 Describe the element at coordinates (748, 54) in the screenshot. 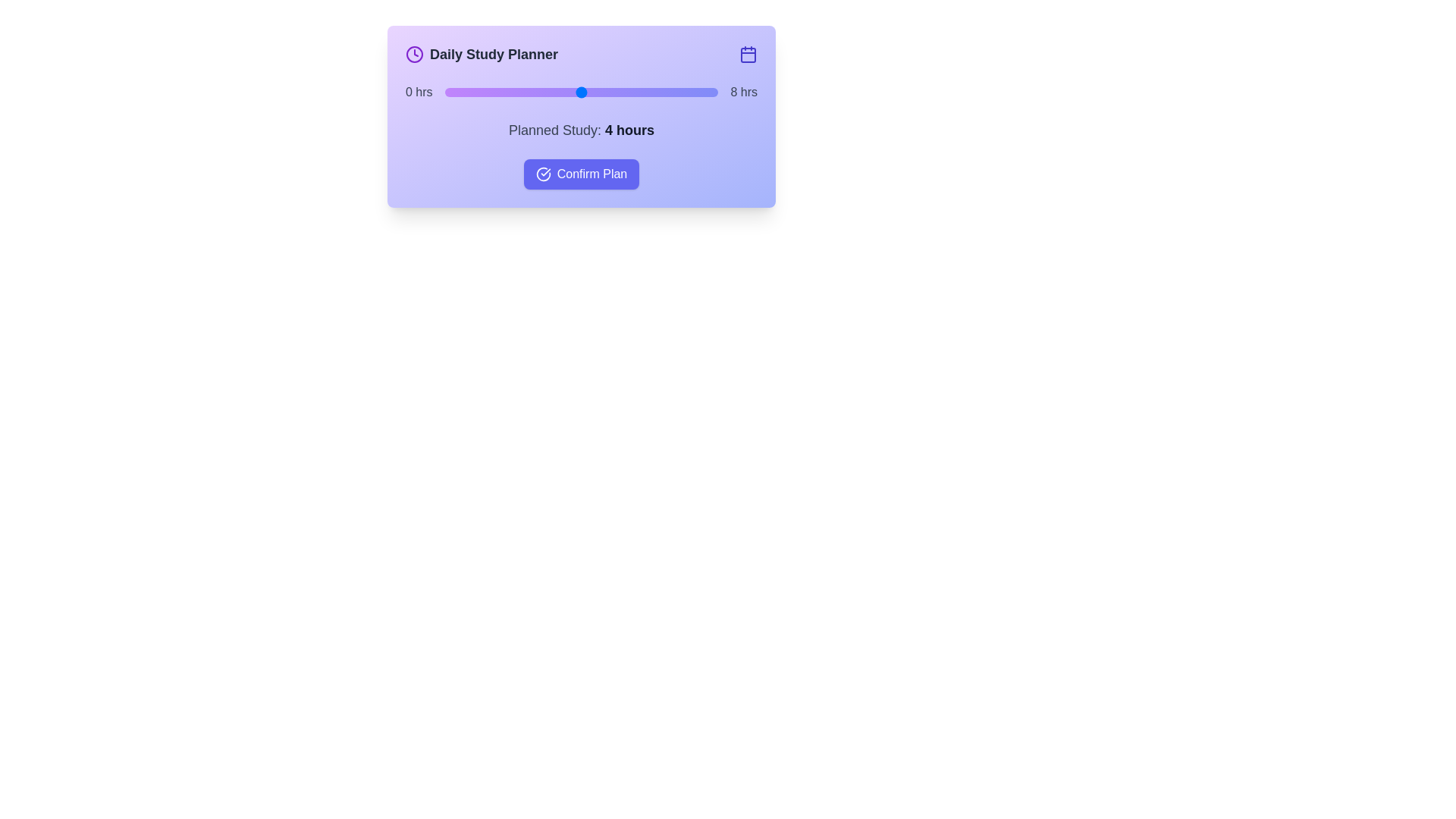

I see `the calendar icon to trigger its functionality` at that location.